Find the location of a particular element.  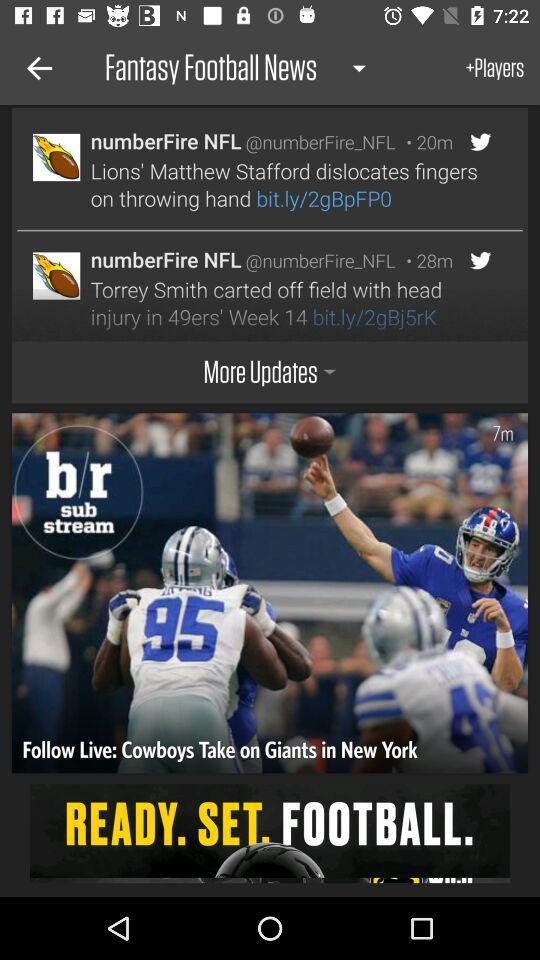

the icon to the left of fantasy football news icon is located at coordinates (36, 68).